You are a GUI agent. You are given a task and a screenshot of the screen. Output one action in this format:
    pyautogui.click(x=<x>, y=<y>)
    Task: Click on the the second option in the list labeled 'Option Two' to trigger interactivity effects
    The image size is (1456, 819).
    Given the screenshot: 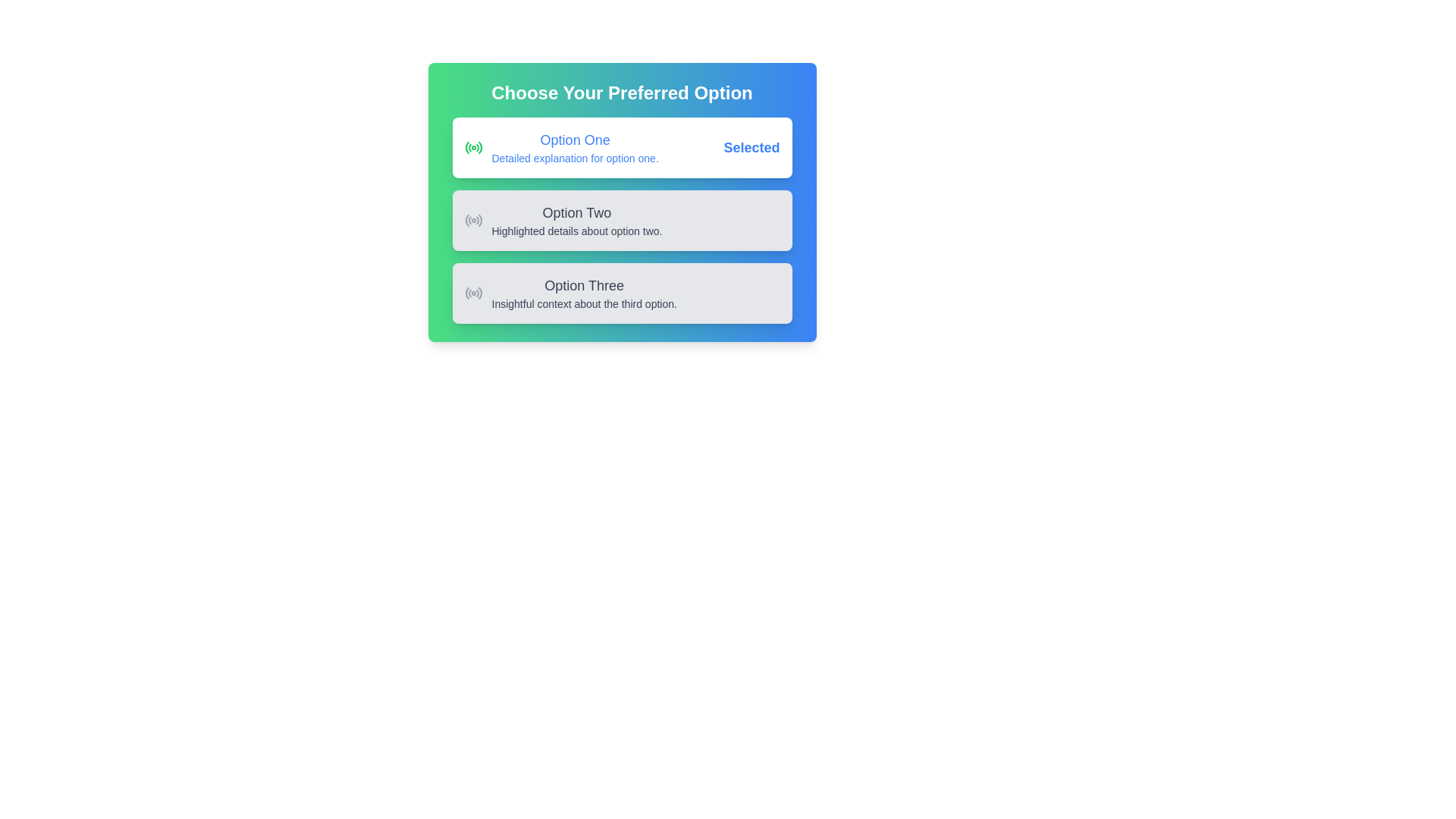 What is the action you would take?
    pyautogui.click(x=622, y=201)
    